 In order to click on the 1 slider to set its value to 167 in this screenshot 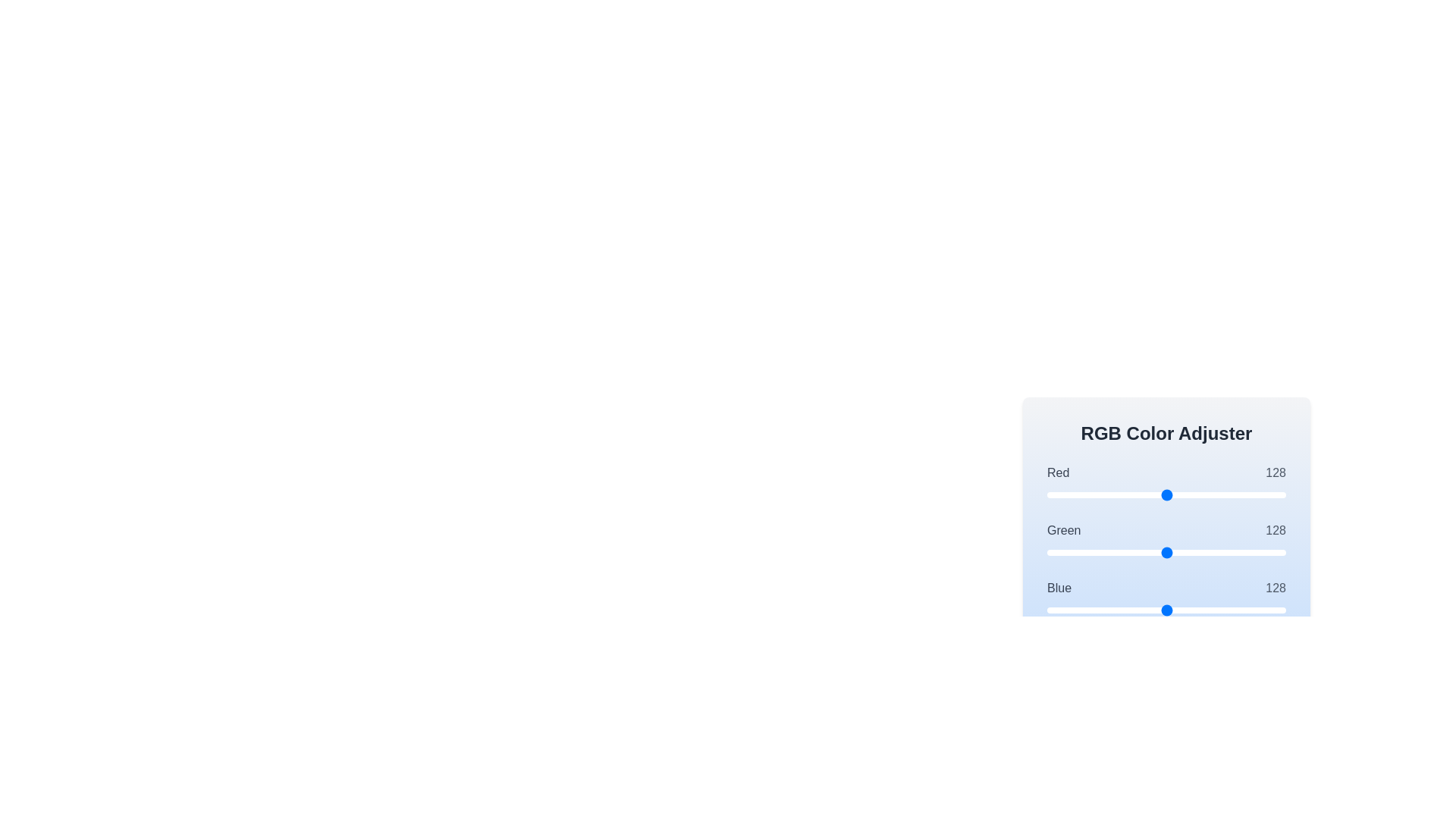, I will do `click(1203, 553)`.